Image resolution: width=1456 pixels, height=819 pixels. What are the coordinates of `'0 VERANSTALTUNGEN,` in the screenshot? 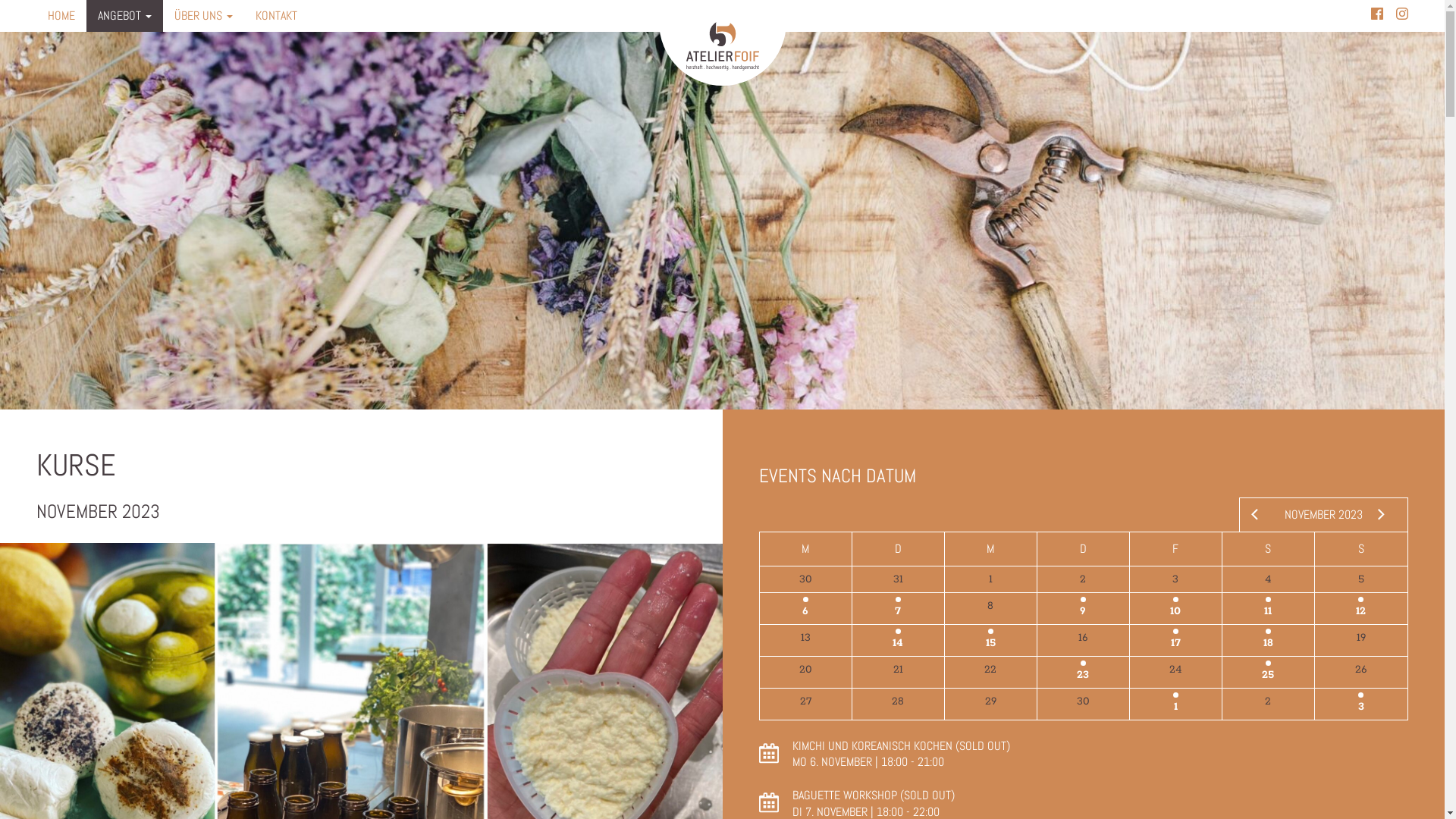 It's located at (805, 704).